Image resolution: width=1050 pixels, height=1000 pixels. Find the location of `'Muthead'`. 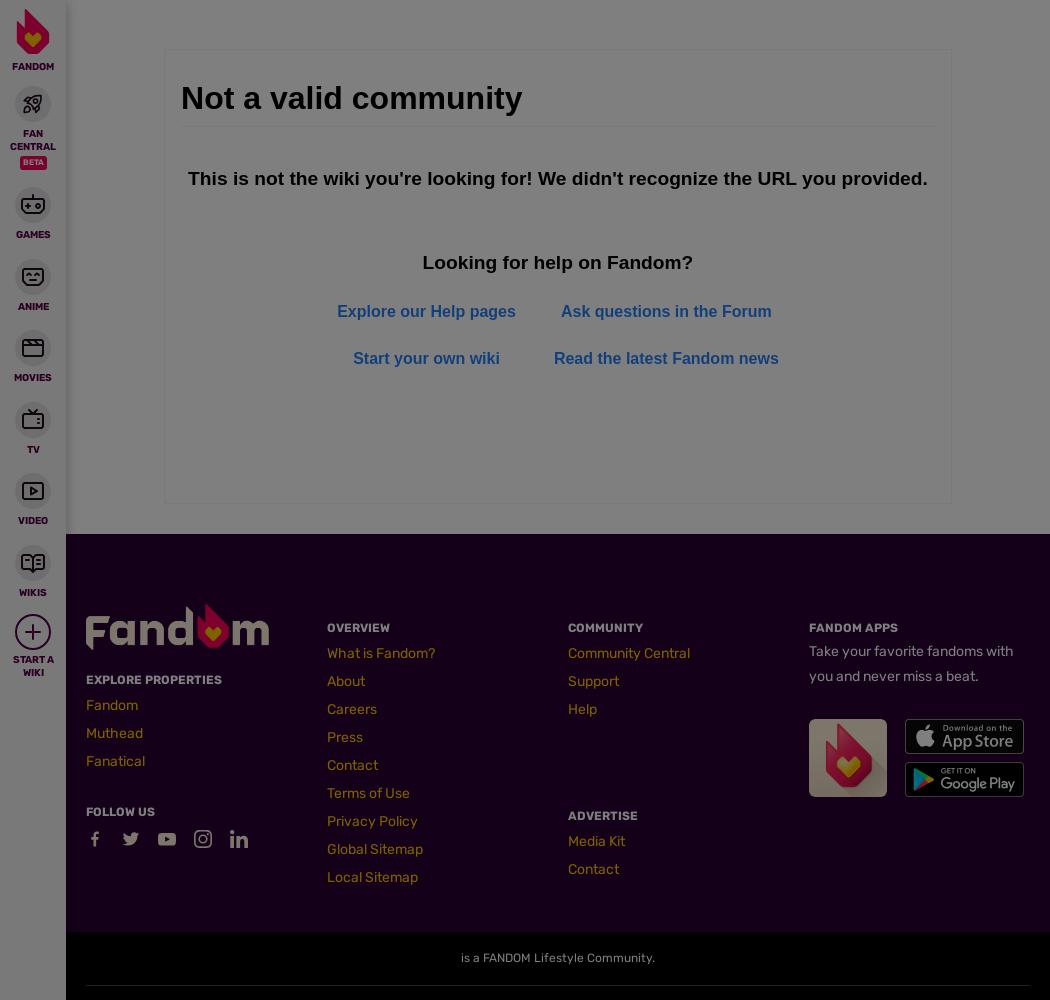

'Muthead' is located at coordinates (113, 732).